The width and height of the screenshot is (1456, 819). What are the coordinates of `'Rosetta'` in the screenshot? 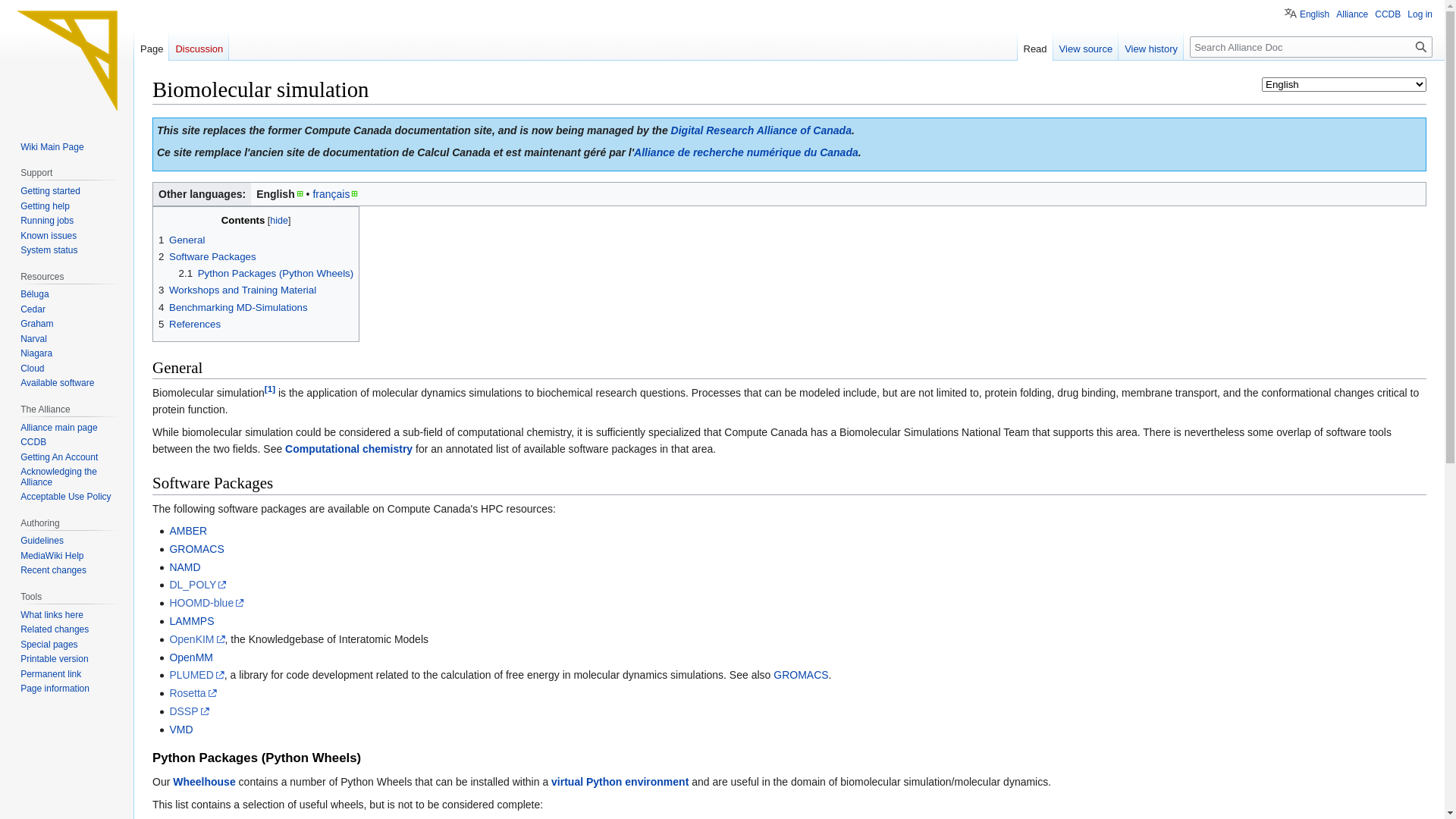 It's located at (168, 693).